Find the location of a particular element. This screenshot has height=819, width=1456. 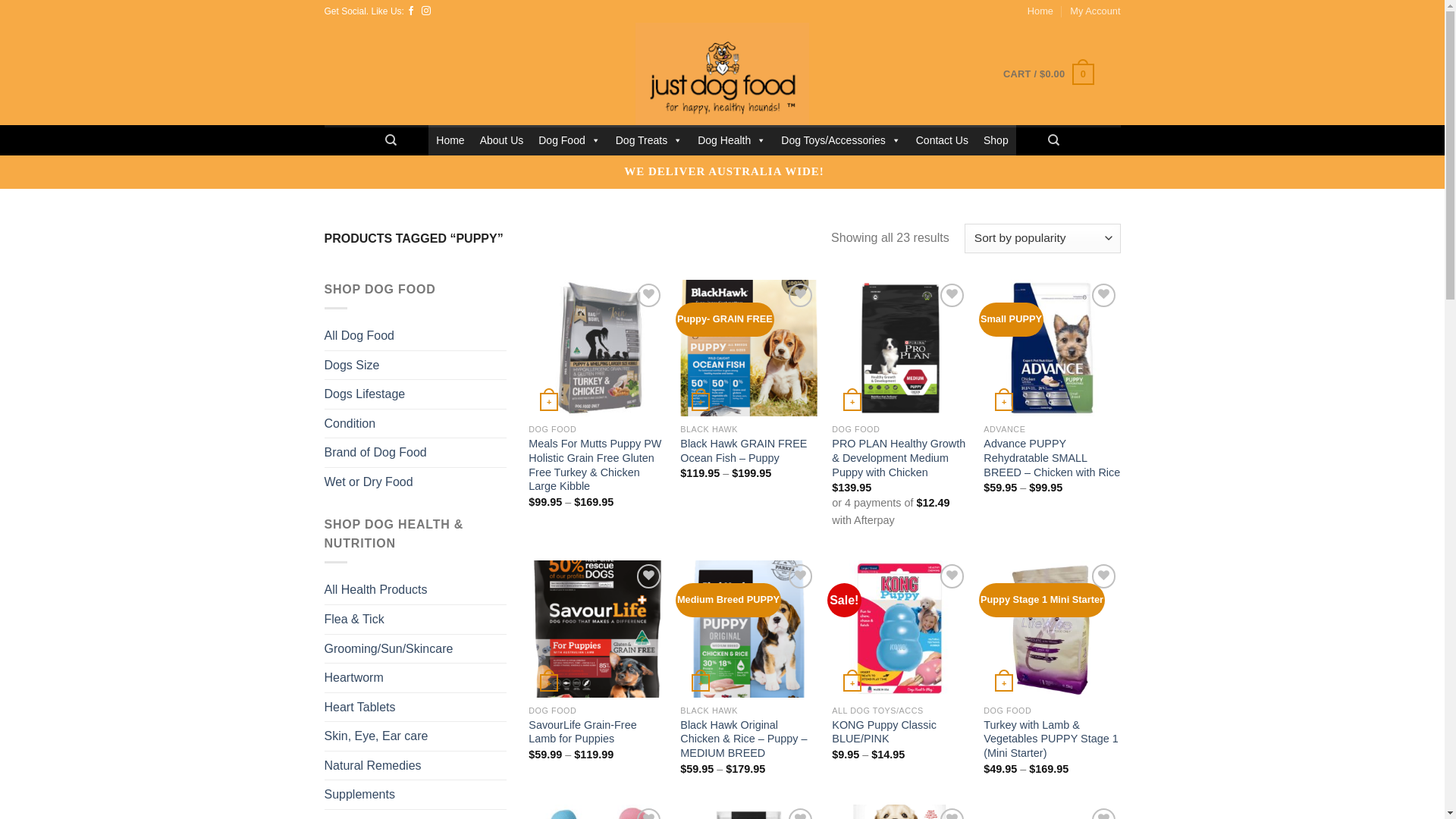

'Brand of Dog Food' is located at coordinates (375, 452).